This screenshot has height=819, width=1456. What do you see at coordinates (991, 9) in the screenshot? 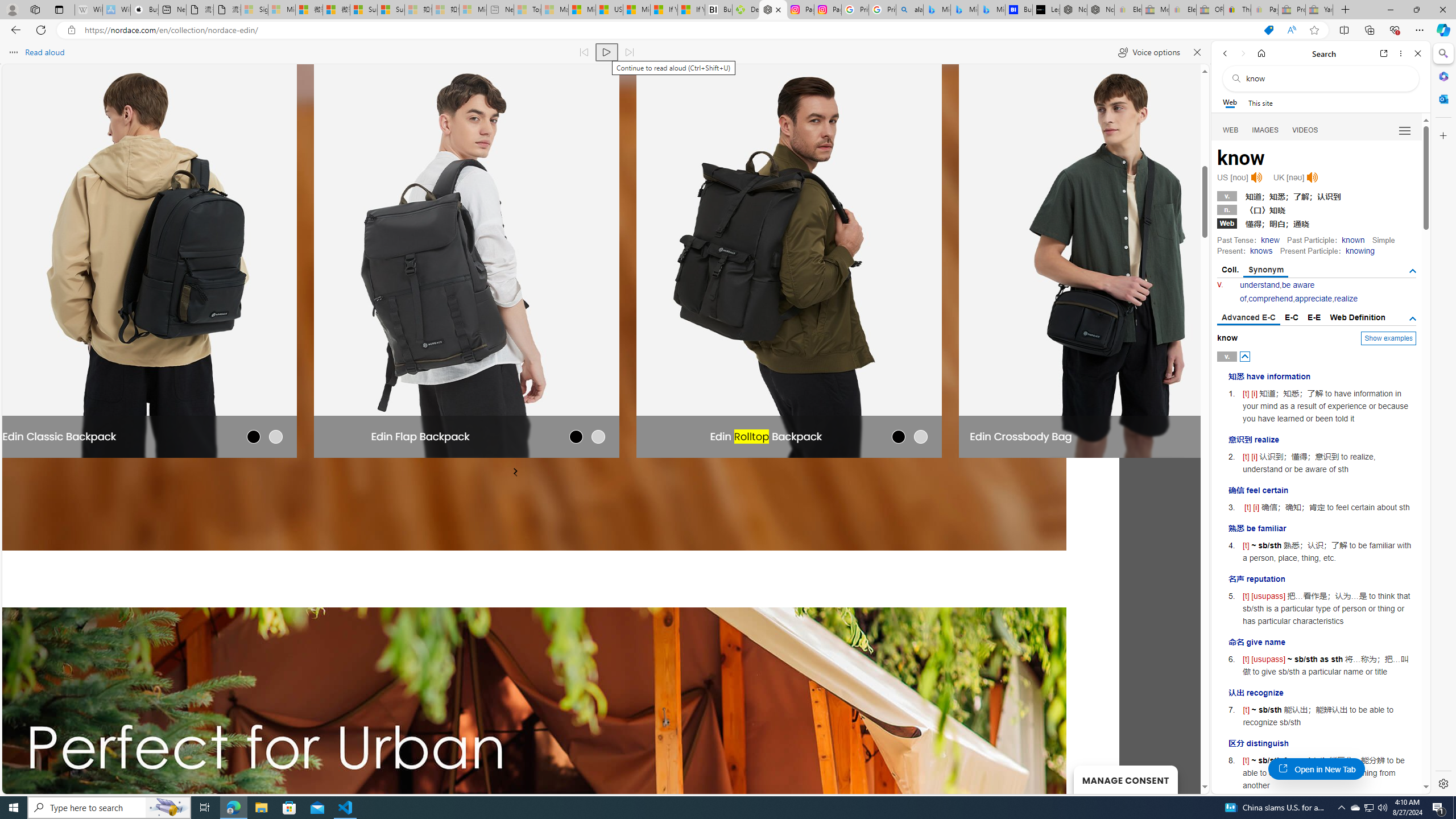
I see `'Microsoft Bing Travel - Shangri-La Hotel Bangkok'` at bounding box center [991, 9].